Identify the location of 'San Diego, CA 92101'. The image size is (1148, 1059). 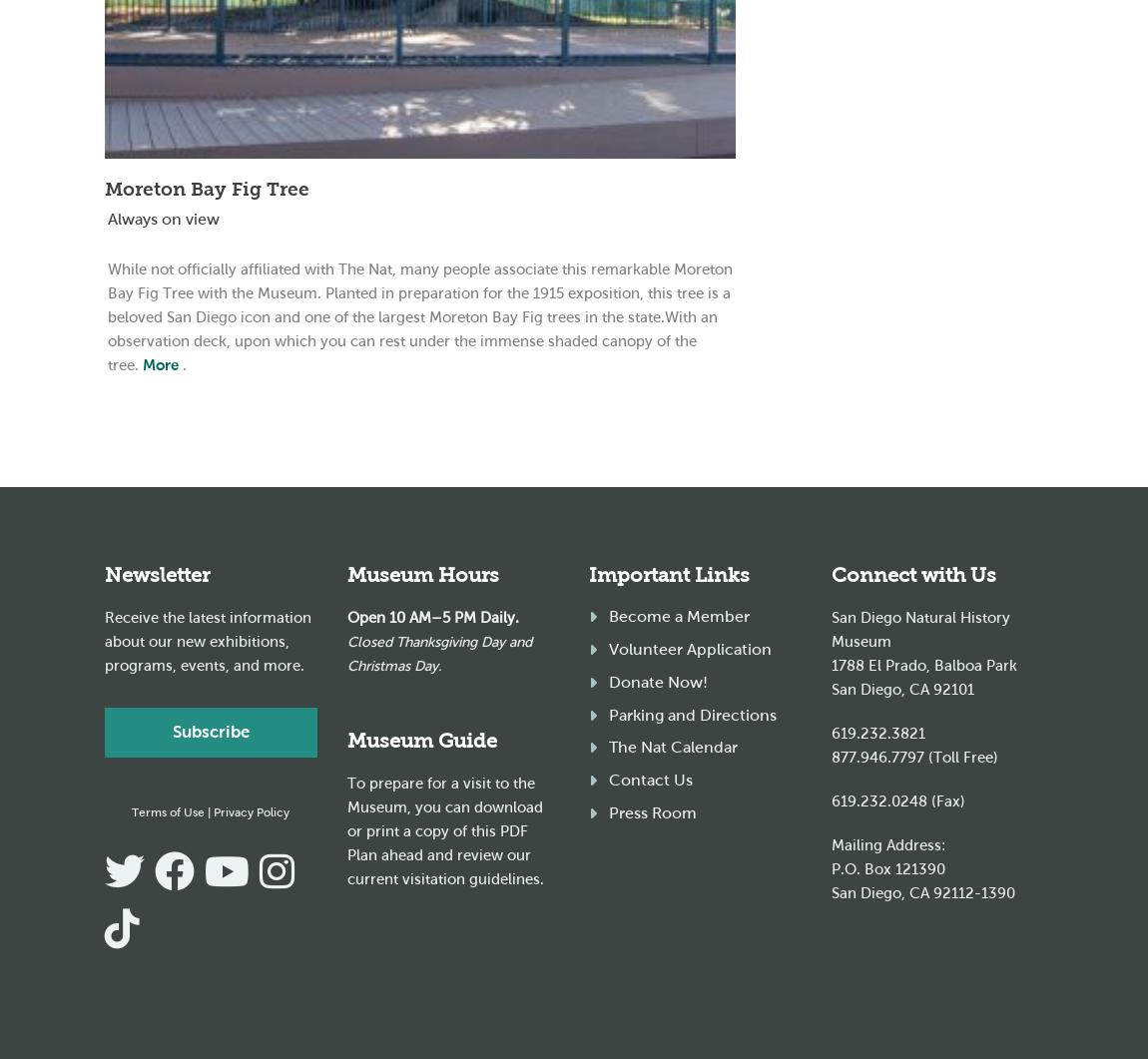
(901, 689).